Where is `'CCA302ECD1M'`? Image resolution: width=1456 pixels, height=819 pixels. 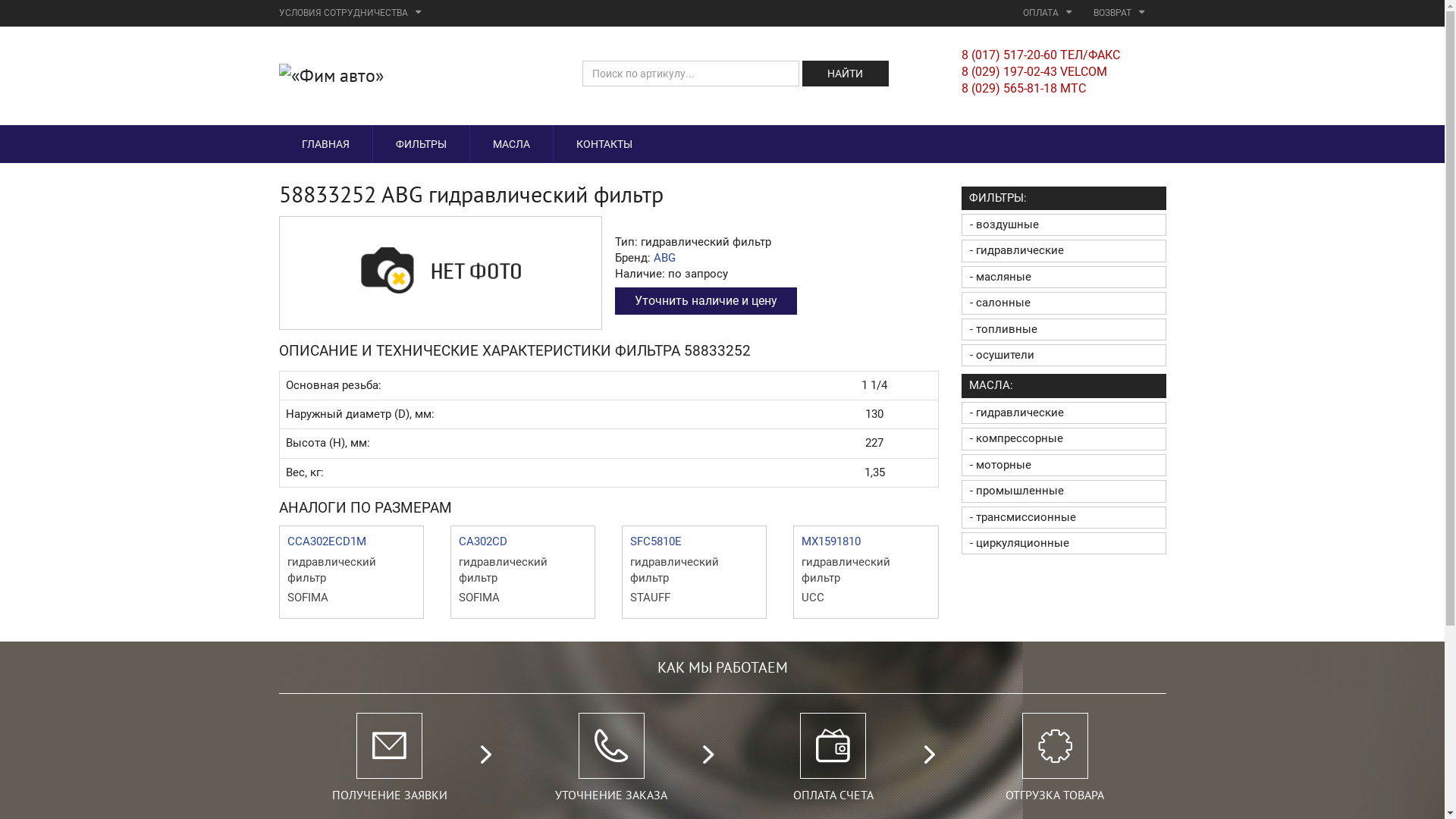 'CCA302ECD1M' is located at coordinates (325, 540).